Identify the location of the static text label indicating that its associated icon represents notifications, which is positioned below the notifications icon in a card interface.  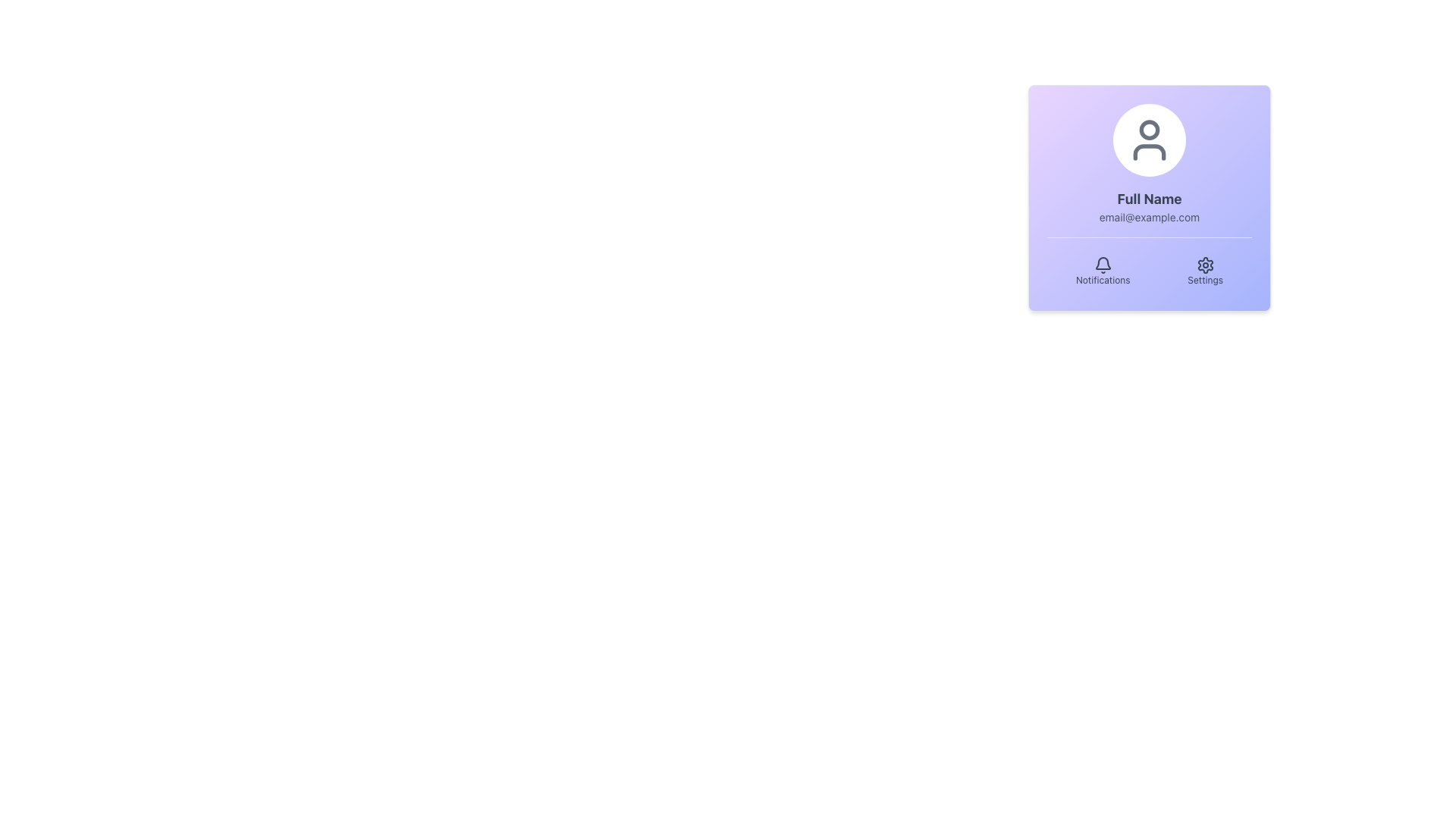
(1103, 281).